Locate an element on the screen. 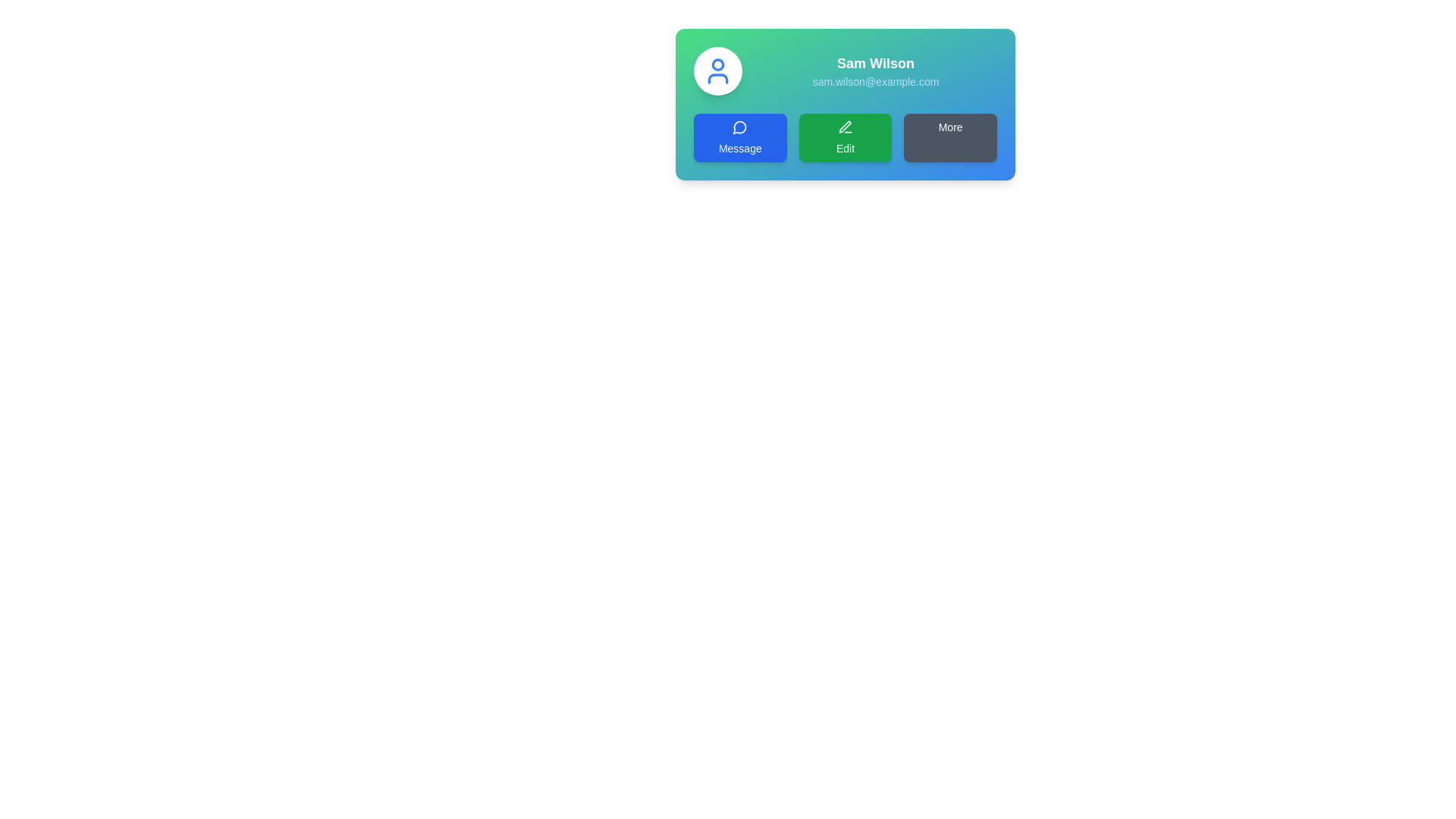 This screenshot has height=819, width=1456. the green 'Edit' button with rounded corners featuring a pen icon, located between the blue 'Message' button and the gray 'More' button is located at coordinates (844, 137).